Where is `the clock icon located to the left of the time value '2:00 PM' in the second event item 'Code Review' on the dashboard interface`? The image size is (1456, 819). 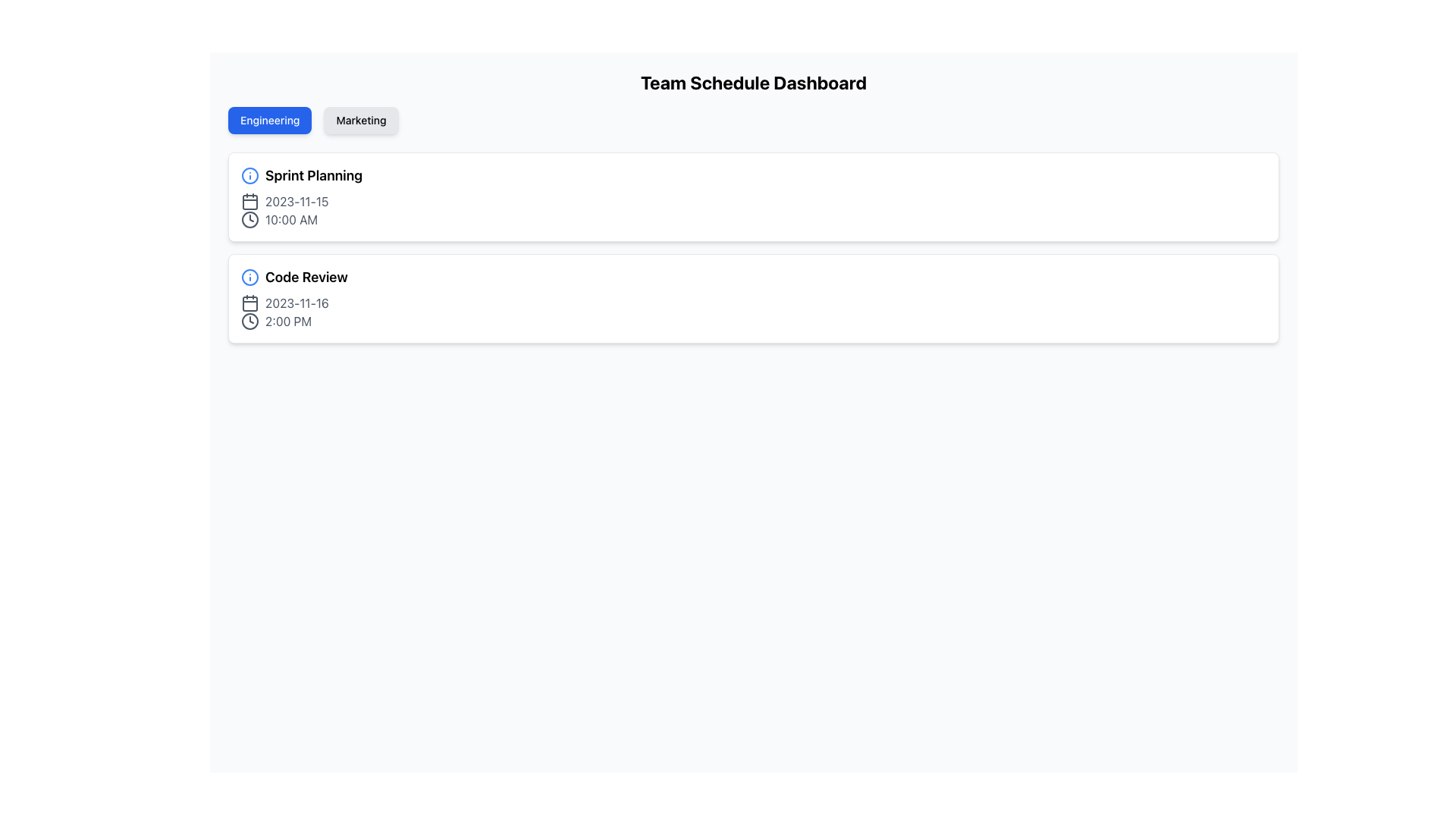 the clock icon located to the left of the time value '2:00 PM' in the second event item 'Code Review' on the dashboard interface is located at coordinates (250, 321).